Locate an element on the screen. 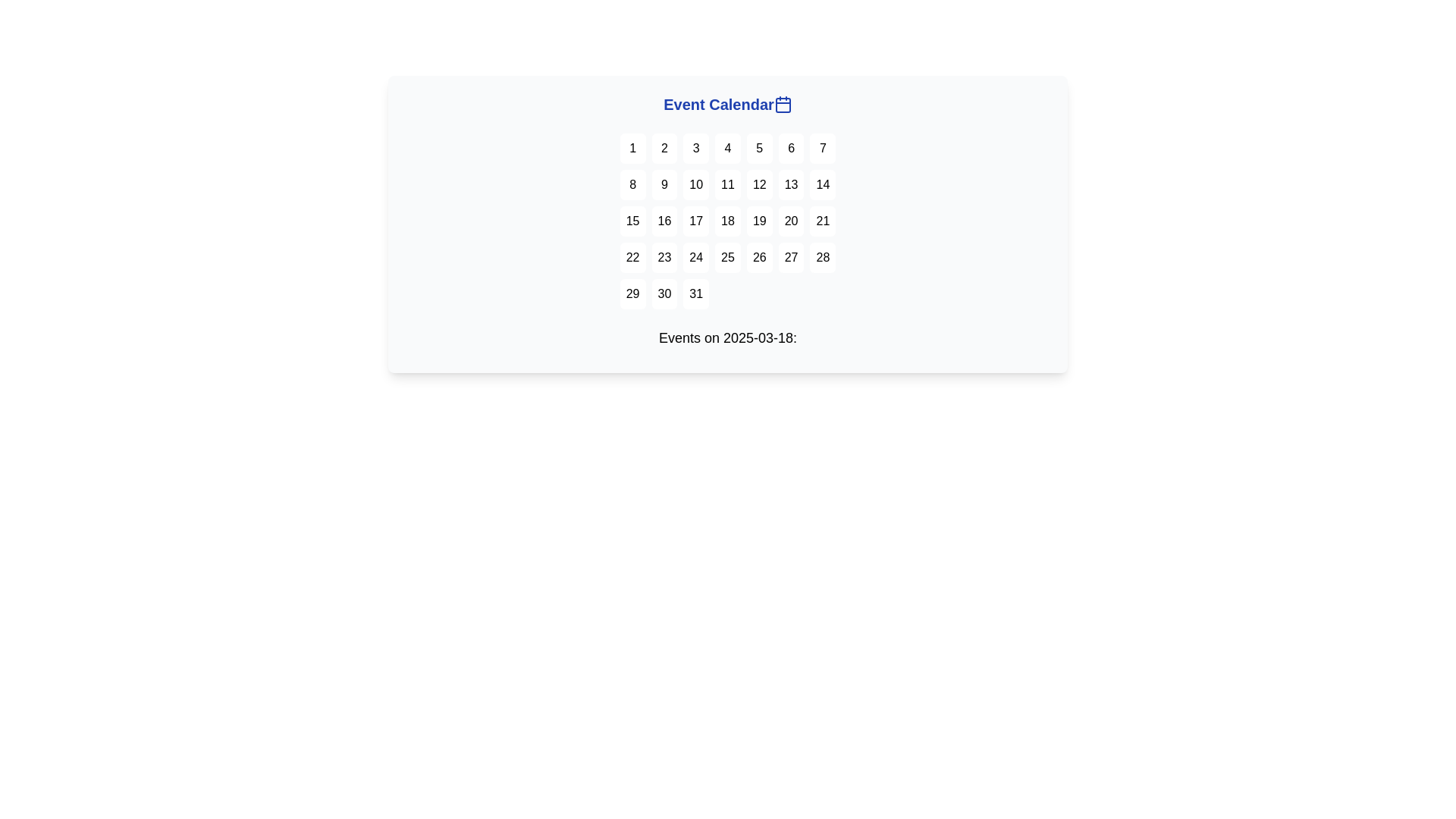 The image size is (1456, 819). the rectangular button displaying the number '30' in the calendar grid is located at coordinates (664, 294).